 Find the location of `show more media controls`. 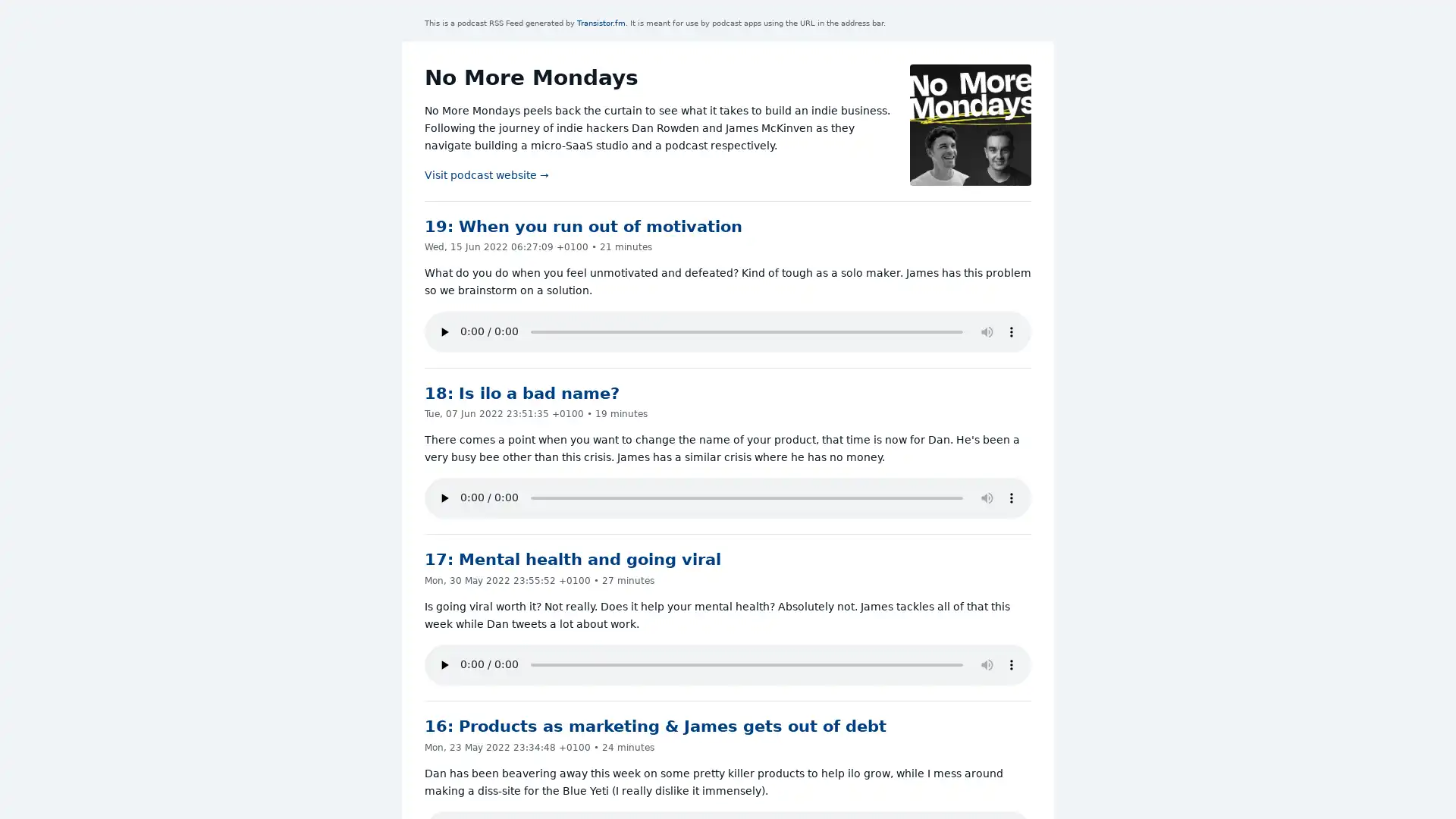

show more media controls is located at coordinates (1012, 497).